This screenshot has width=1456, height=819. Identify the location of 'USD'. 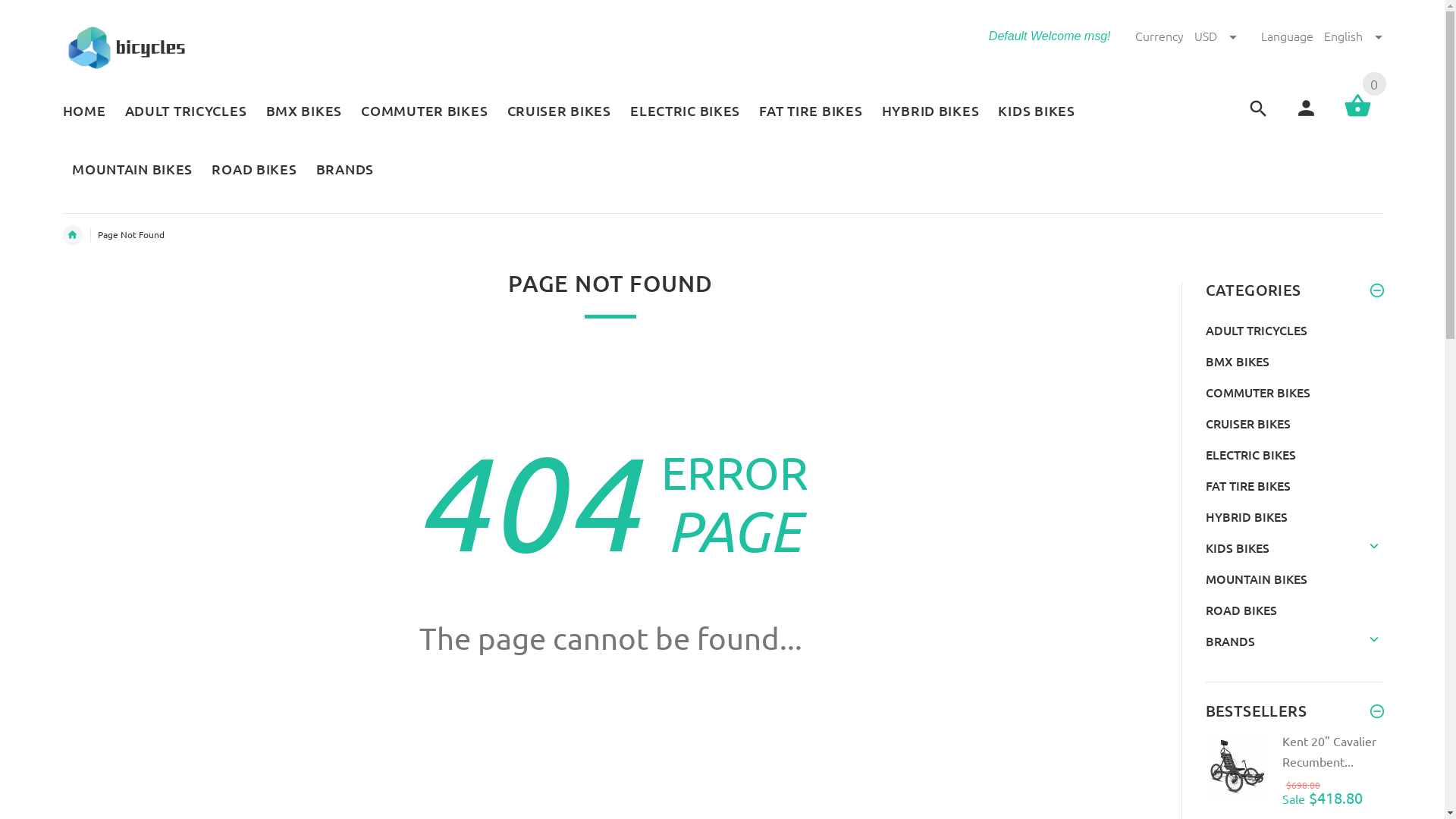
(1216, 34).